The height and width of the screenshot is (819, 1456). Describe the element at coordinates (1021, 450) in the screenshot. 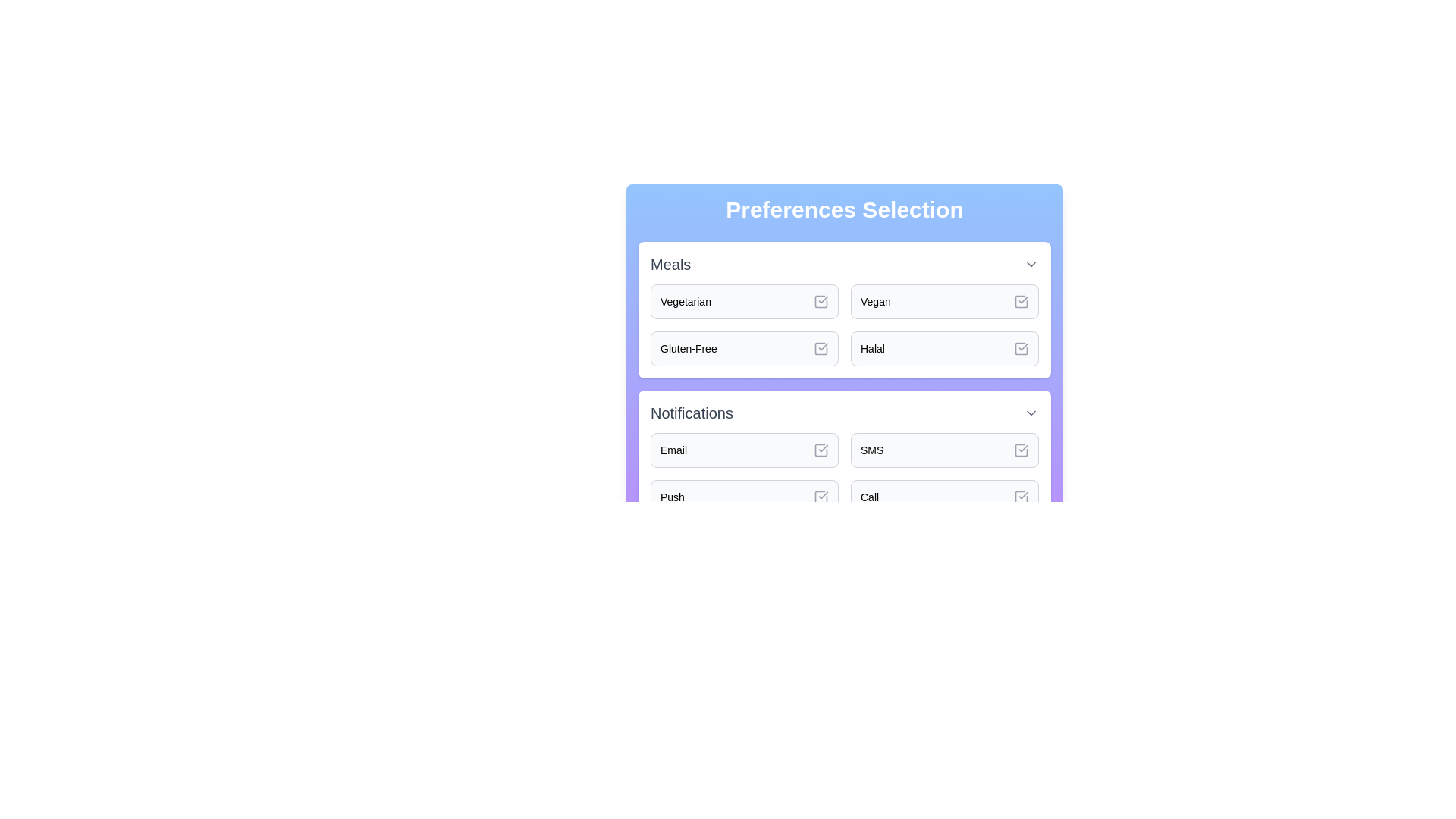

I see `the Checkbox with a checkmark symbol inside, located in the 'SMS' option section under the 'Notifications' category` at that location.